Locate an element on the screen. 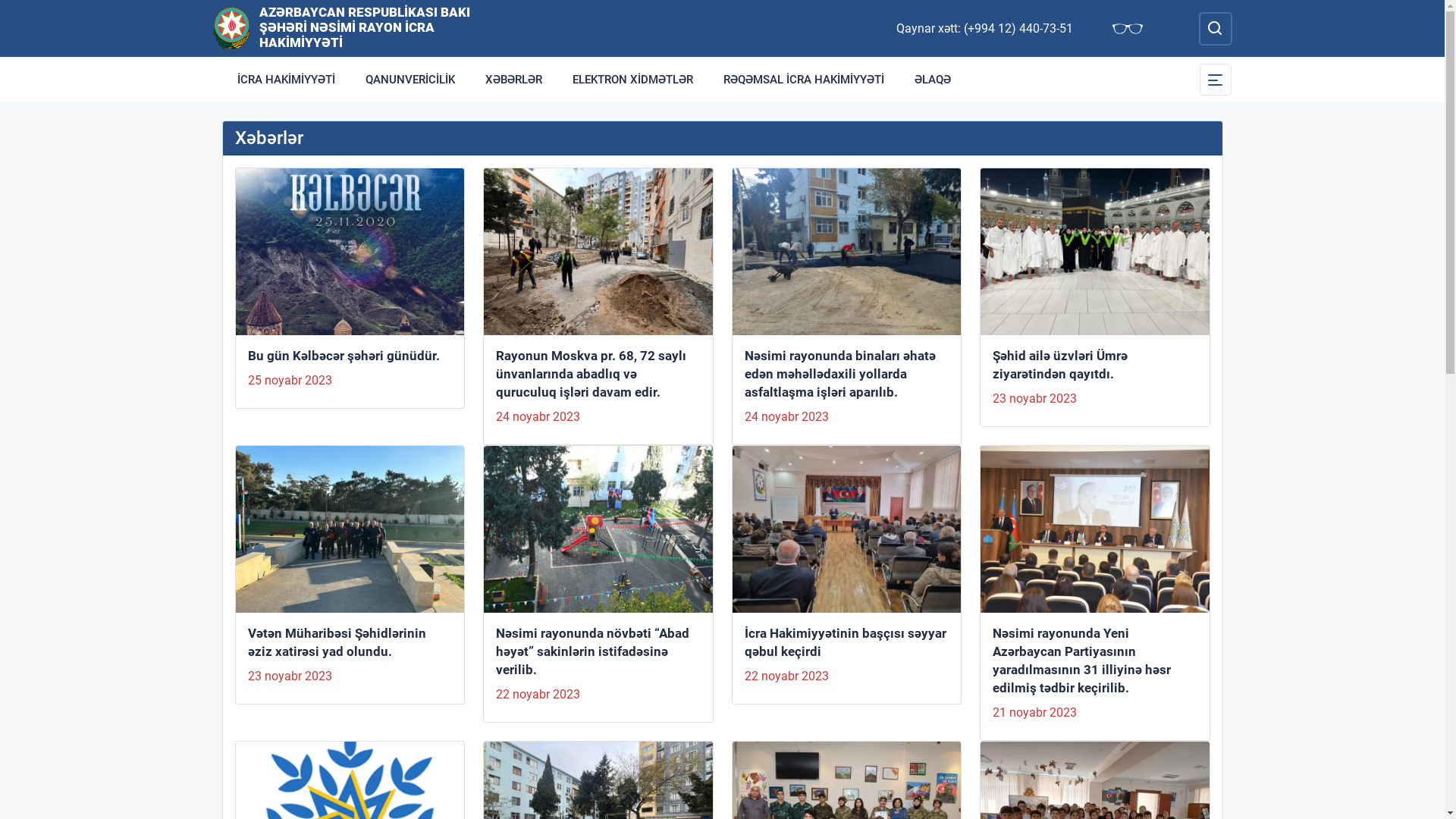 The height and width of the screenshot is (819, 1456). 'QANUNVERICILIK' is located at coordinates (349, 79).